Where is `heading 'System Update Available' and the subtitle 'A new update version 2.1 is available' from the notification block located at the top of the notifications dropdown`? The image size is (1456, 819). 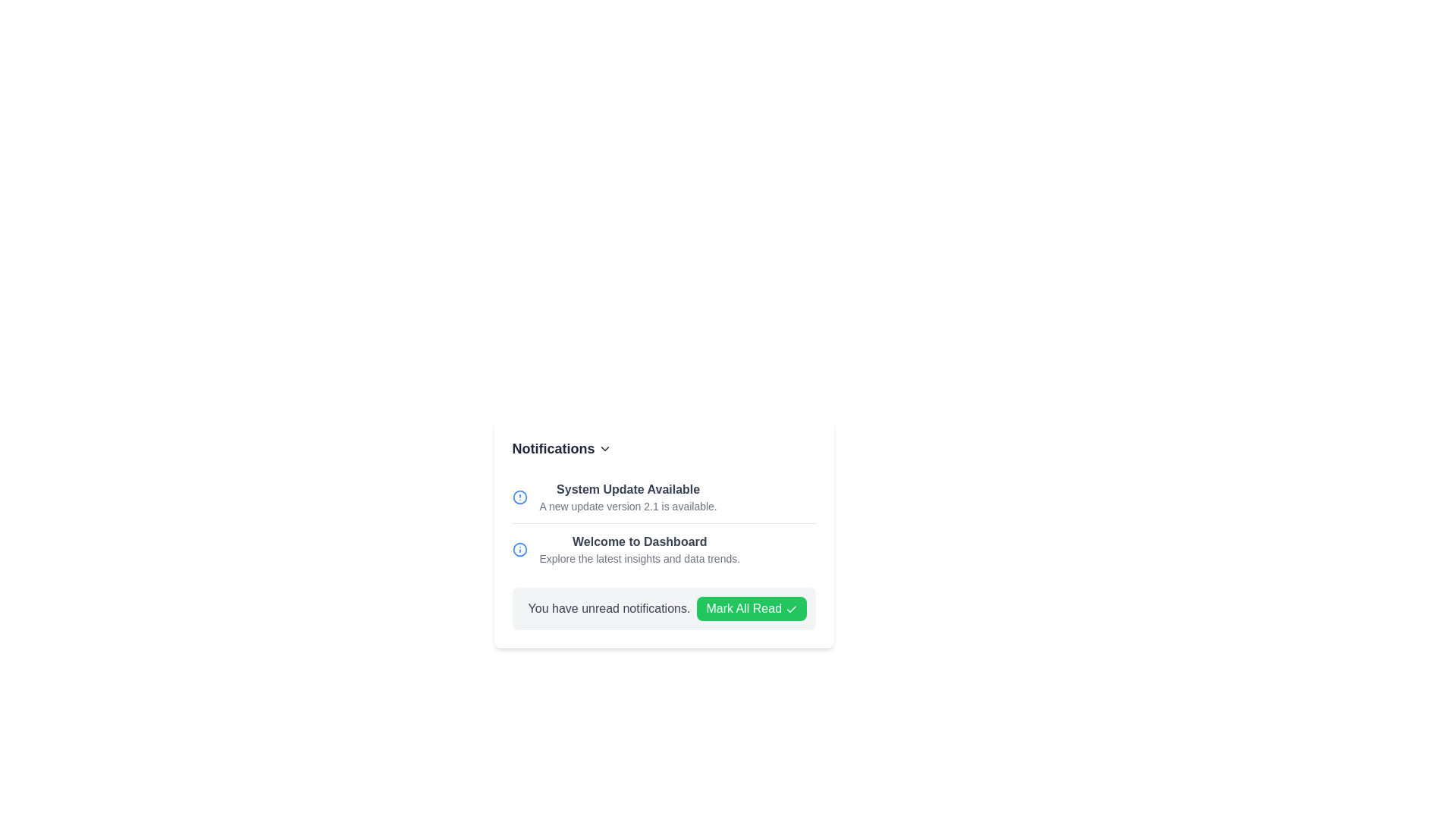
heading 'System Update Available' and the subtitle 'A new update version 2.1 is available' from the notification block located at the top of the notifications dropdown is located at coordinates (628, 497).